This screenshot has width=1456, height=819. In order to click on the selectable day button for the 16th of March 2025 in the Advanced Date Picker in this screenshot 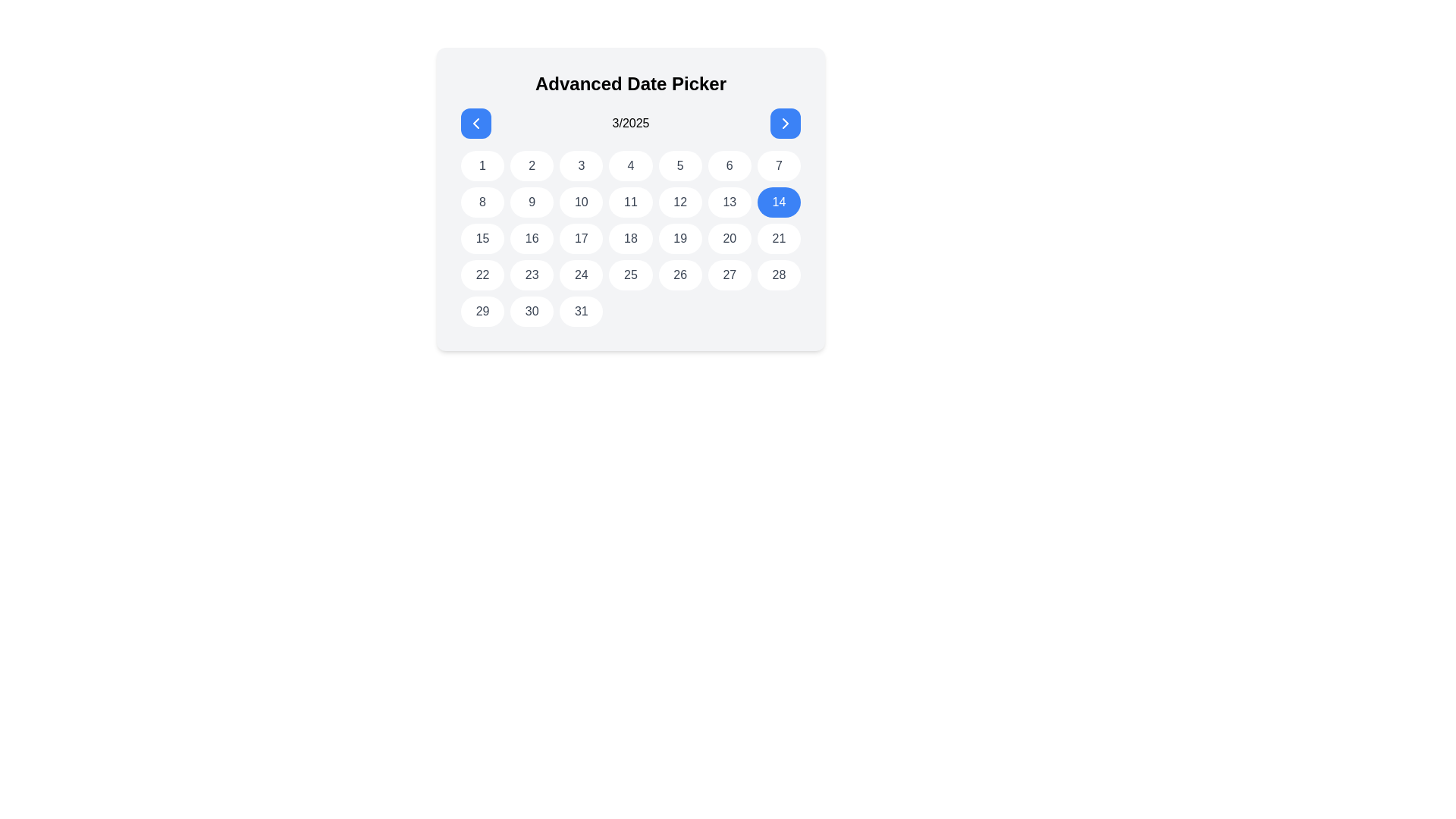, I will do `click(532, 239)`.